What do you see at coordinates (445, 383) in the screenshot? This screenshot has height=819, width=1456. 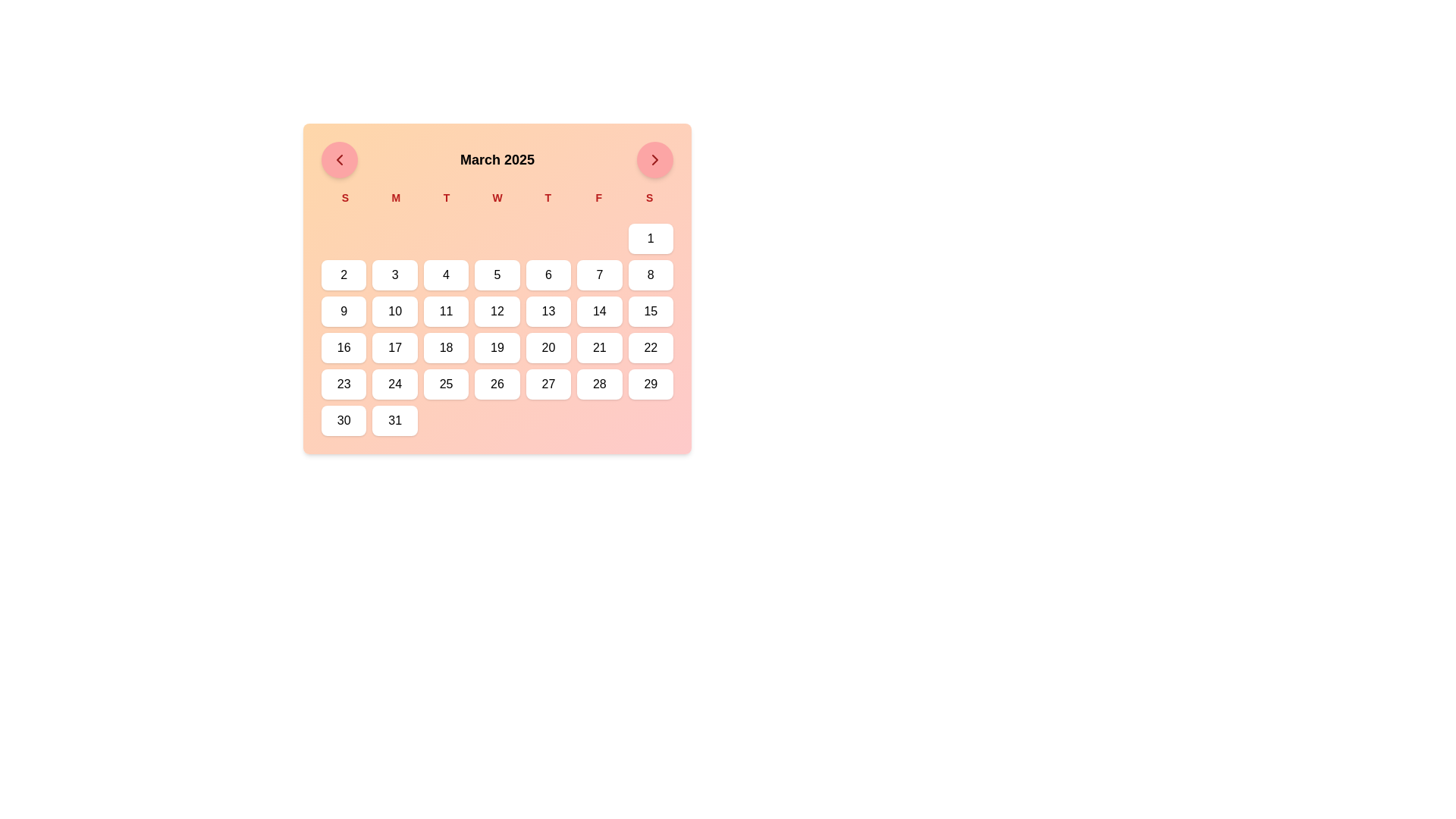 I see `the date selection button in the calendar view, which is the fourth element in the fifth row of a grid layout, surrounded by the numbers '24' and '26'` at bounding box center [445, 383].